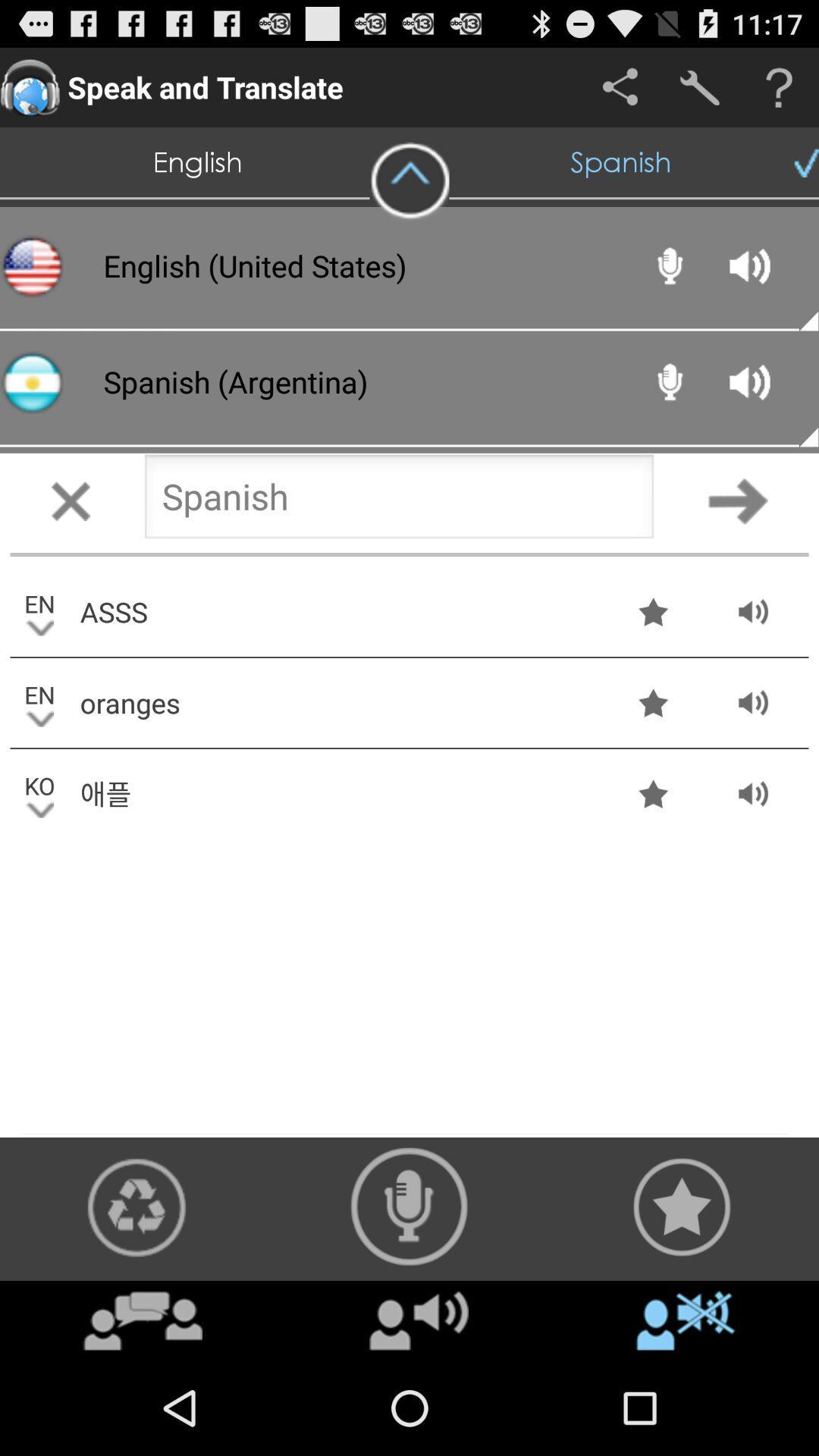 The width and height of the screenshot is (819, 1456). I want to click on to favorites, so click(681, 1206).